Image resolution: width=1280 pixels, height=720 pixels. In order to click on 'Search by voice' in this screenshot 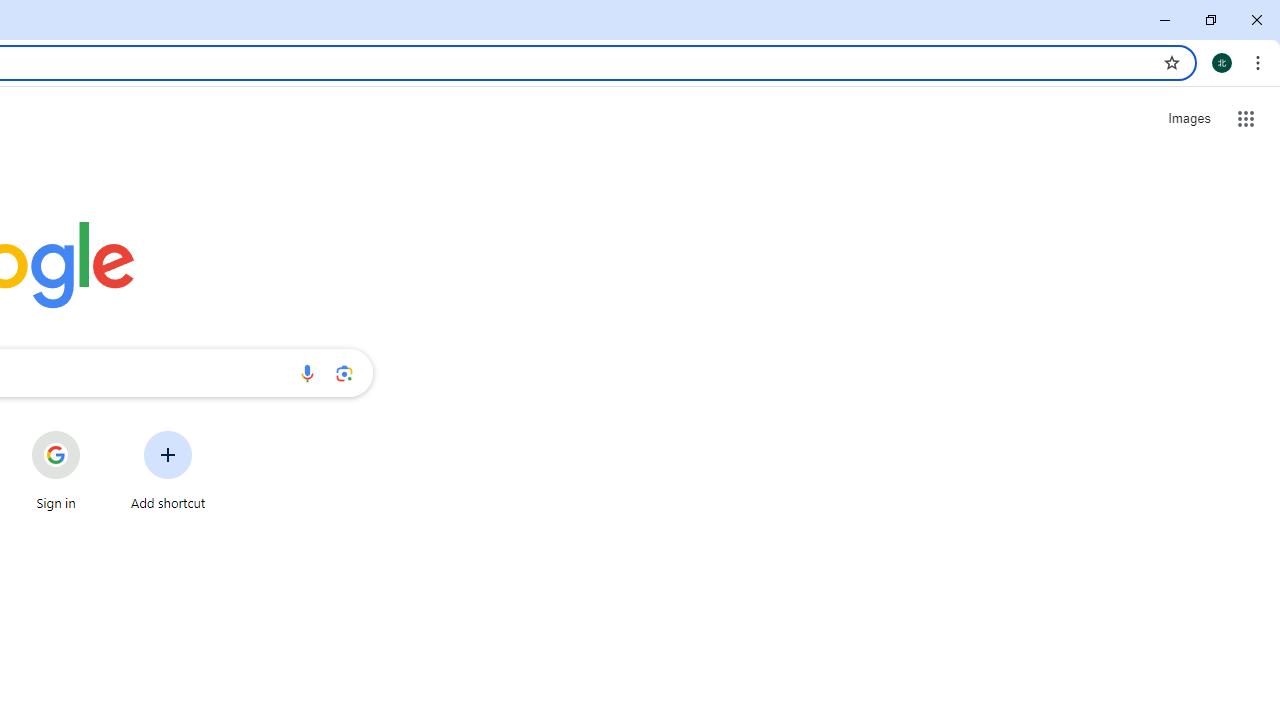, I will do `click(306, 372)`.